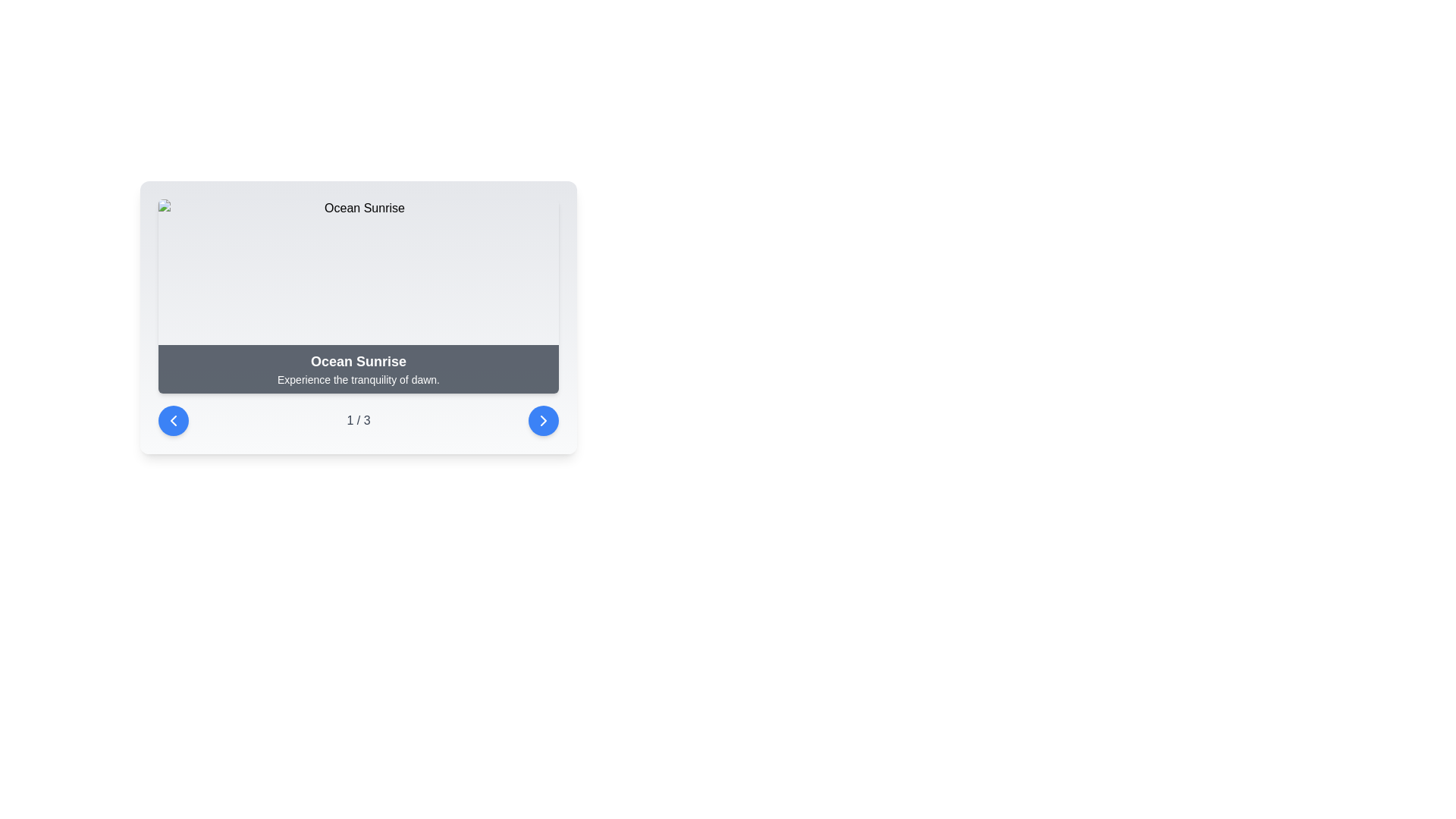 The image size is (1456, 819). What do you see at coordinates (174, 421) in the screenshot?
I see `the interactive chevron icon located in the left-side circular blue button underneath the 'Ocean Sunrise' card` at bounding box center [174, 421].